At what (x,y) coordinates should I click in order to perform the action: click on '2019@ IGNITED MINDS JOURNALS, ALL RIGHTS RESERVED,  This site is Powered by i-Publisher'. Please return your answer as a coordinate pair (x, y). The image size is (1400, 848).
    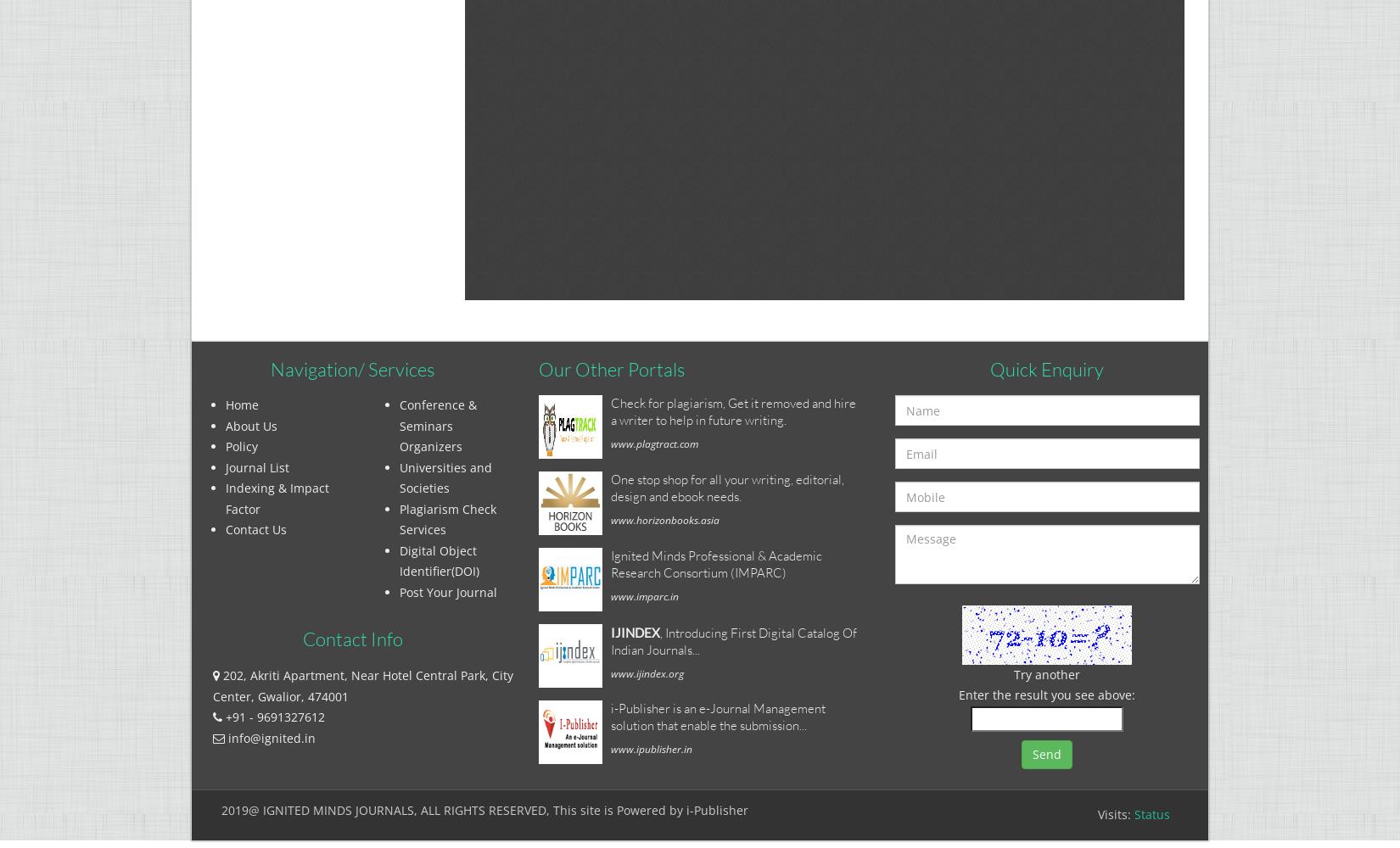
    Looking at the image, I should click on (484, 809).